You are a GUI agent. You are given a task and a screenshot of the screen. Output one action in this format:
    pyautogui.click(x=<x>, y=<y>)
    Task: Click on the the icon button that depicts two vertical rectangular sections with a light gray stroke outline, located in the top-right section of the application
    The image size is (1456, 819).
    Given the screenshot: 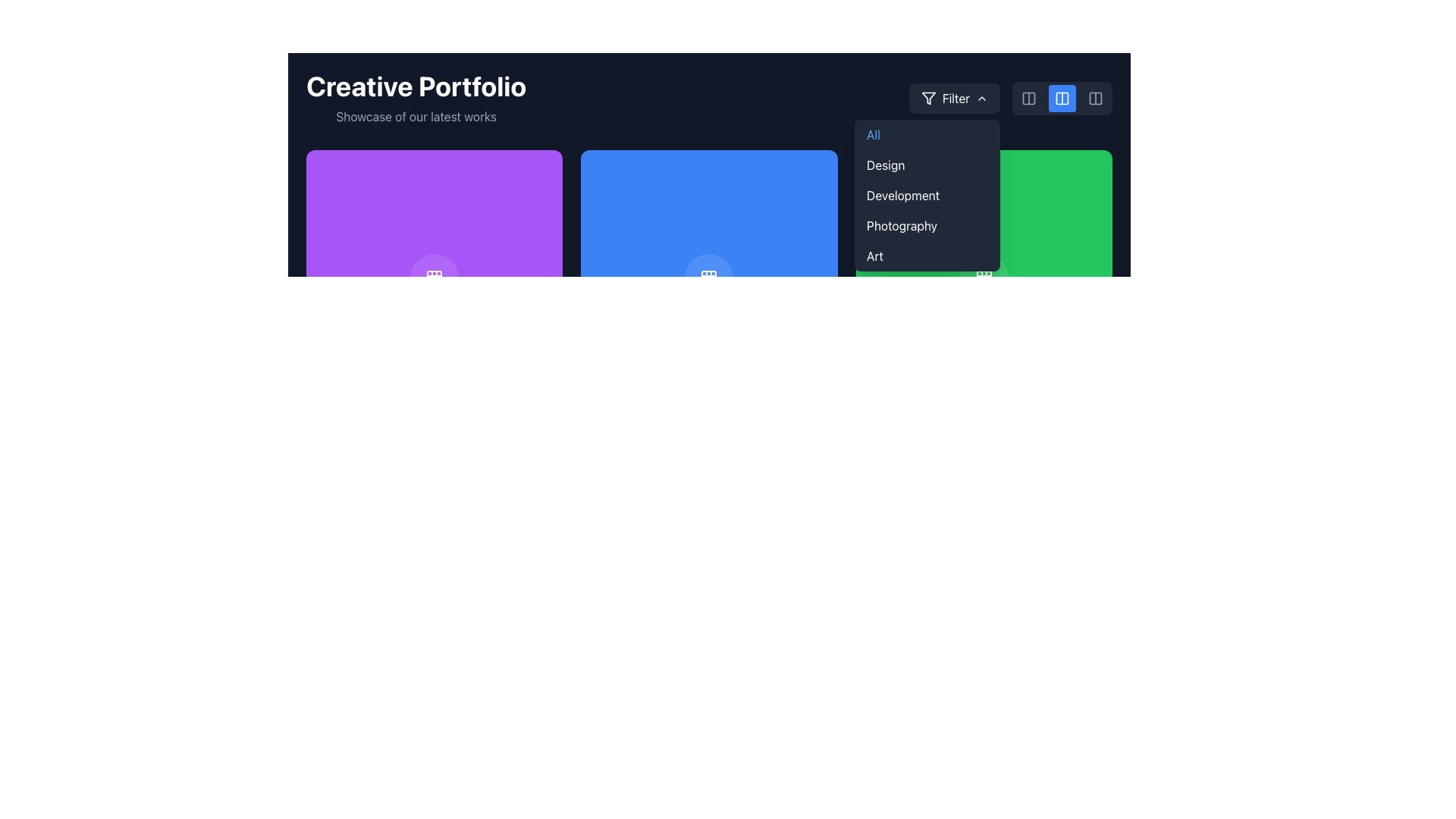 What is the action you would take?
    pyautogui.click(x=1095, y=99)
    